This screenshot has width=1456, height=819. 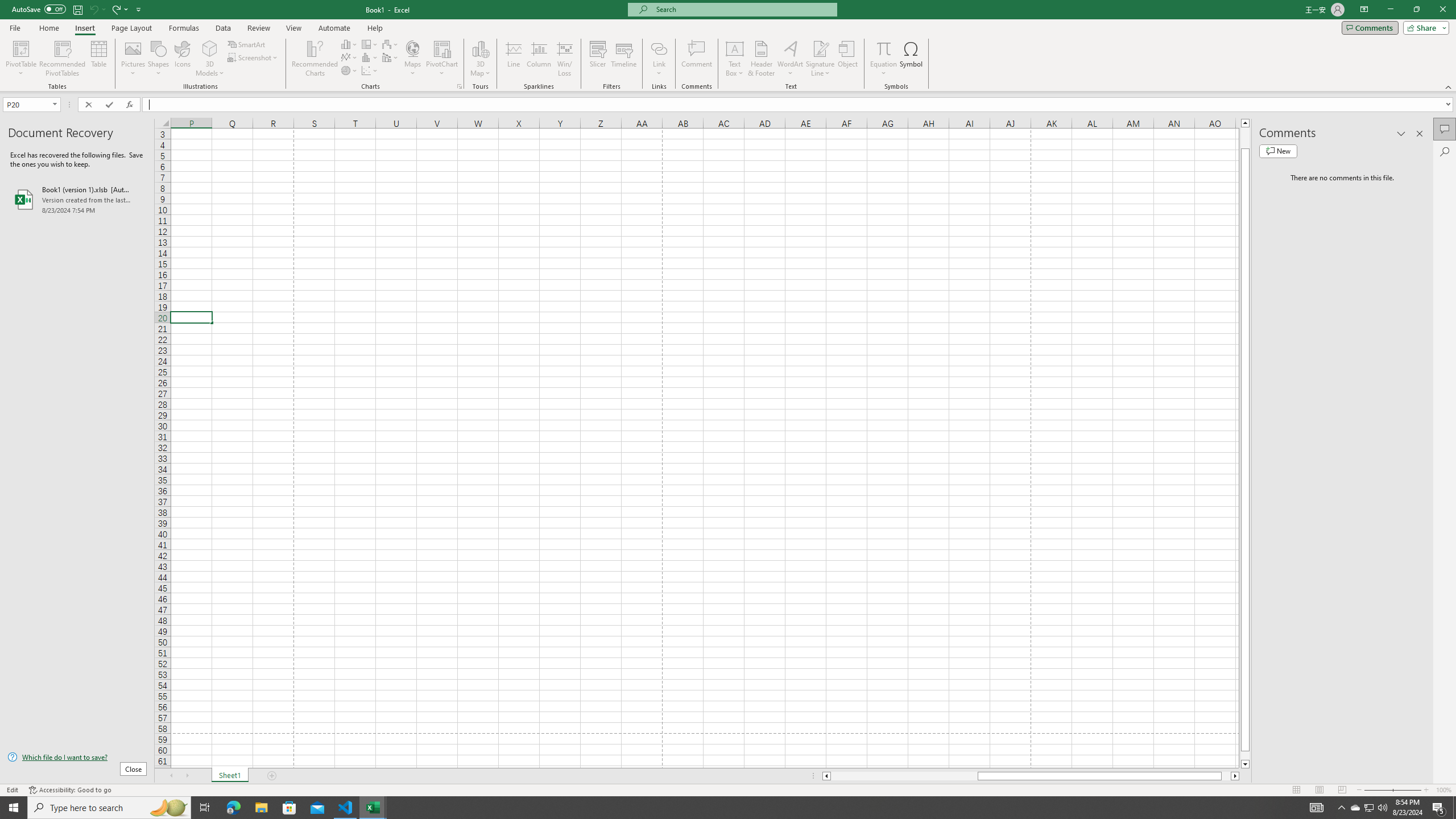 What do you see at coordinates (597, 59) in the screenshot?
I see `'Slicer...'` at bounding box center [597, 59].